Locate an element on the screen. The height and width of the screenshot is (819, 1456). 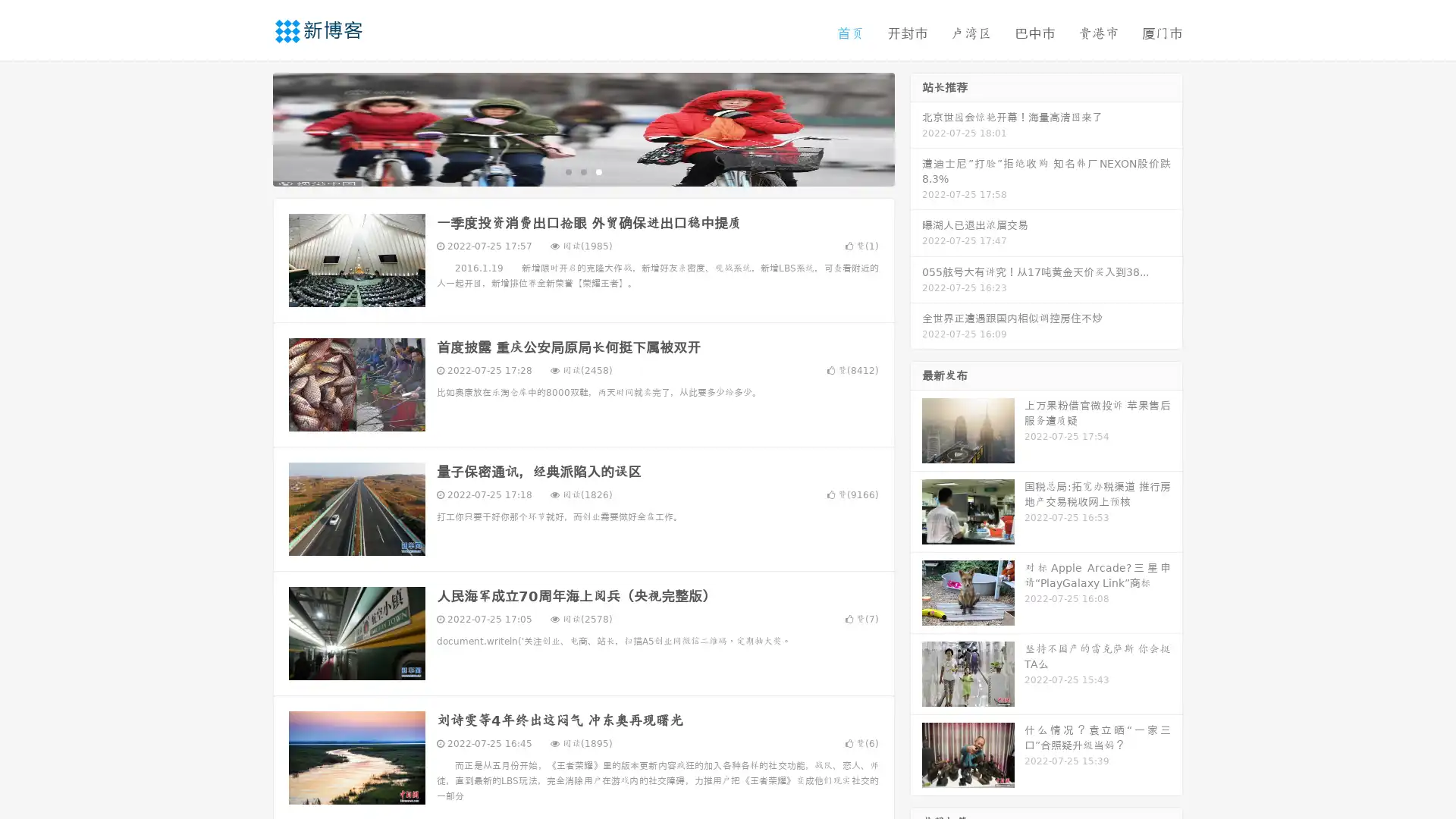
Next slide is located at coordinates (916, 127).